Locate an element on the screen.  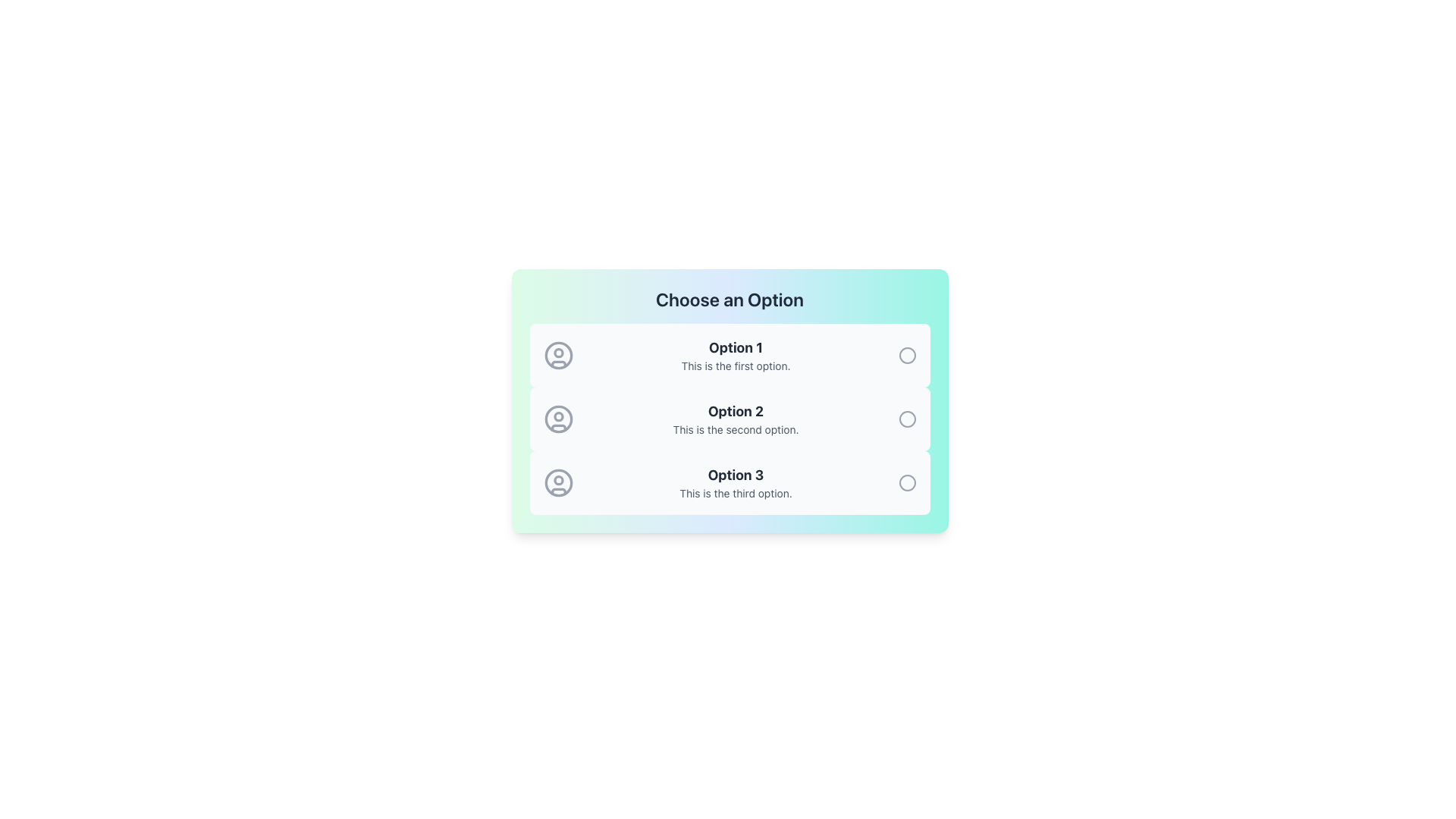
the circular graphical icon that represents the second item in a vertical list, located to the right of the 'Option 2' text is located at coordinates (907, 419).